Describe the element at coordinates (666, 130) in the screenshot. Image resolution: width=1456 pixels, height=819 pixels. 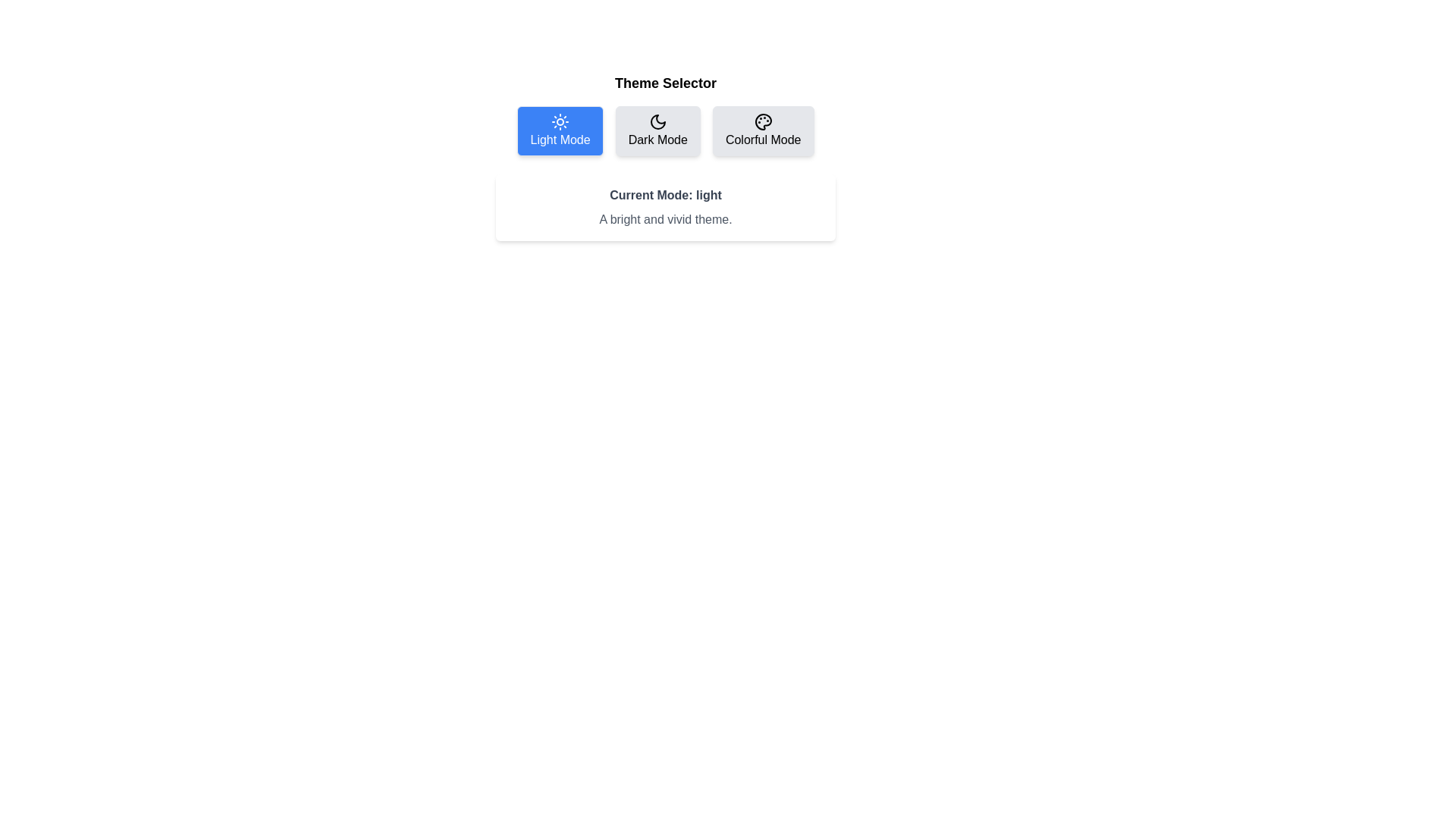
I see `the 'dark mode' button located under the 'Theme Selector', which is the second button in a row of three options between the 'Light Mode' and 'Colorful Mode' buttons` at that location.